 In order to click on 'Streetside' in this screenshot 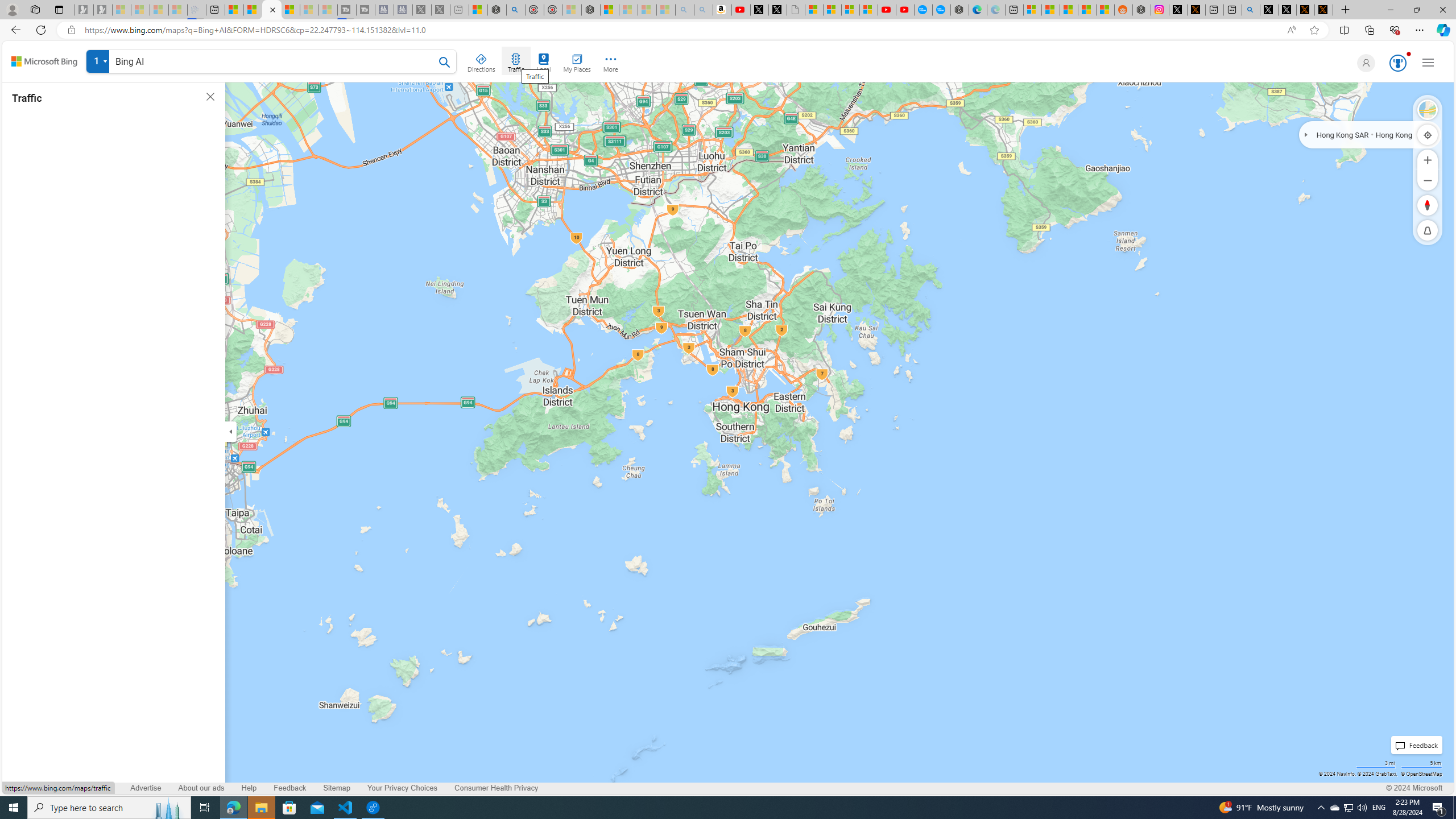, I will do `click(1428, 109)`.